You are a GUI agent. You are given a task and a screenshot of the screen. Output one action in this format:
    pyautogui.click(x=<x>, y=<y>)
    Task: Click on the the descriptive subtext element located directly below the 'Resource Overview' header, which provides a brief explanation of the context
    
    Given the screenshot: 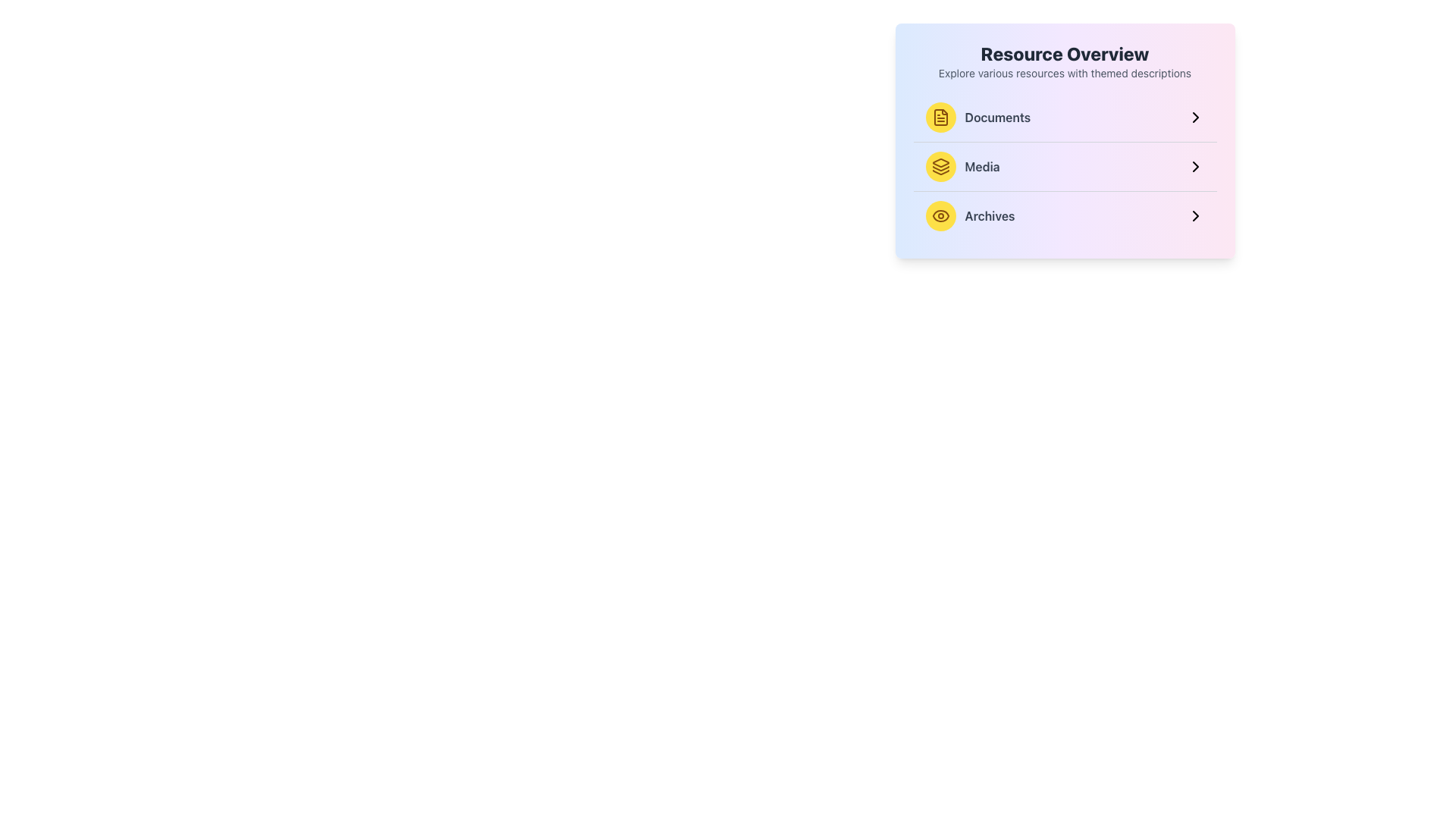 What is the action you would take?
    pyautogui.click(x=1064, y=73)
    